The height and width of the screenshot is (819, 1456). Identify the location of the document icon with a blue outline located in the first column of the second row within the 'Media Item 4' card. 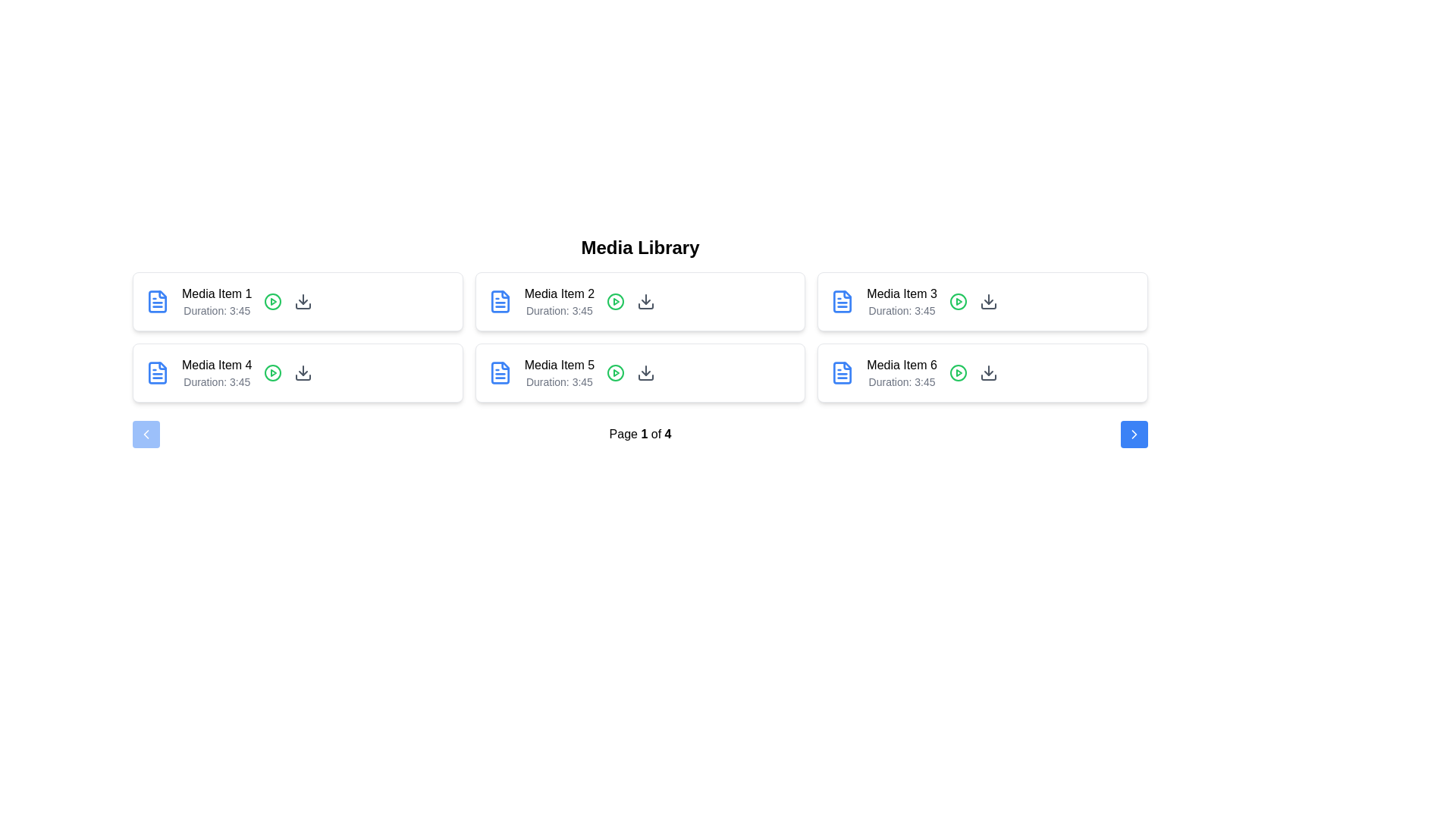
(157, 301).